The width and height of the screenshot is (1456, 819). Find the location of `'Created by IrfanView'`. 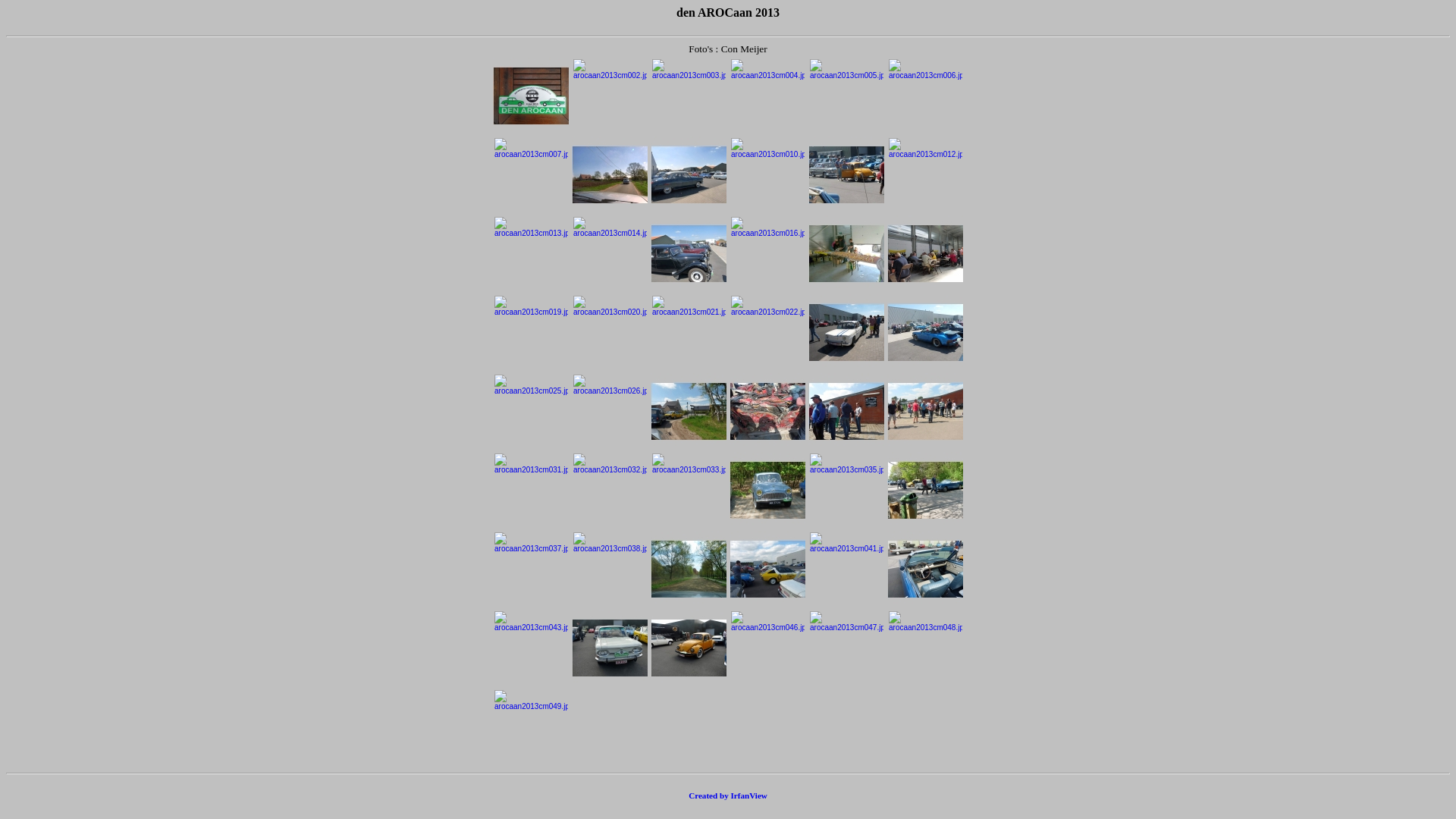

'Created by IrfanView' is located at coordinates (728, 795).